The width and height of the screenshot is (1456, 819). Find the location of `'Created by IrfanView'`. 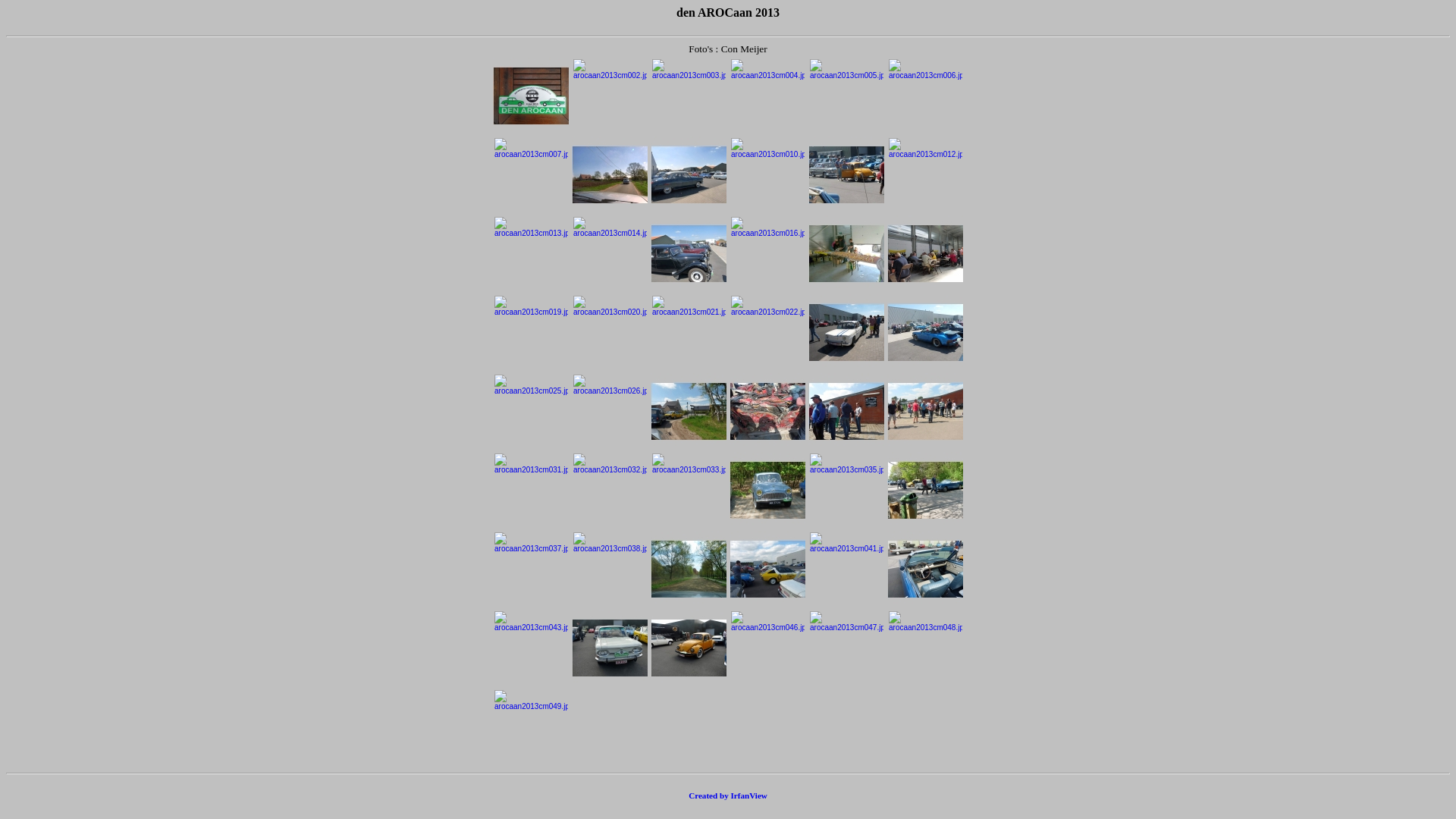

'Created by IrfanView' is located at coordinates (728, 795).